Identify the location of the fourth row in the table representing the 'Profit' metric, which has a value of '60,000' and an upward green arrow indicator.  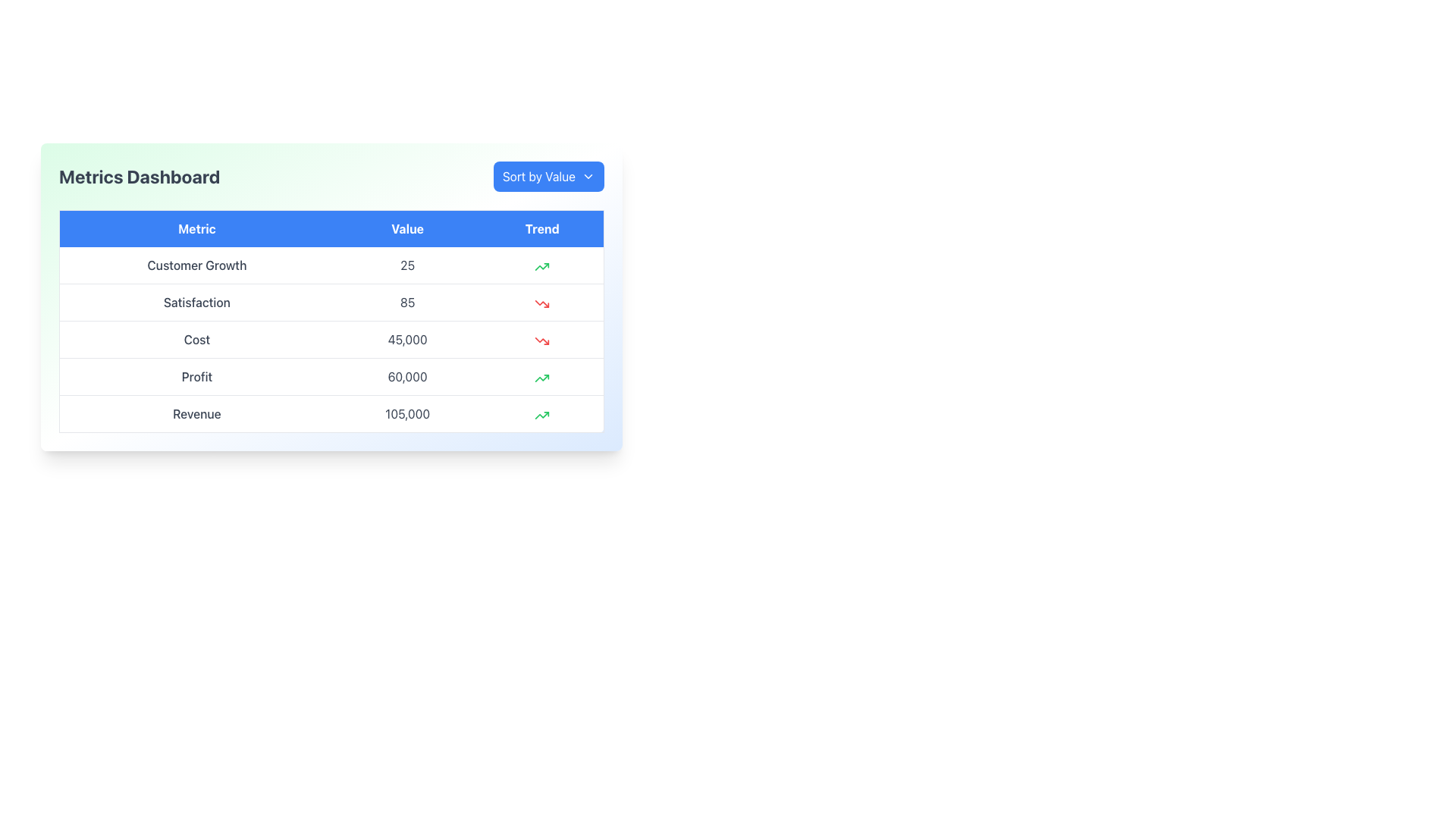
(331, 376).